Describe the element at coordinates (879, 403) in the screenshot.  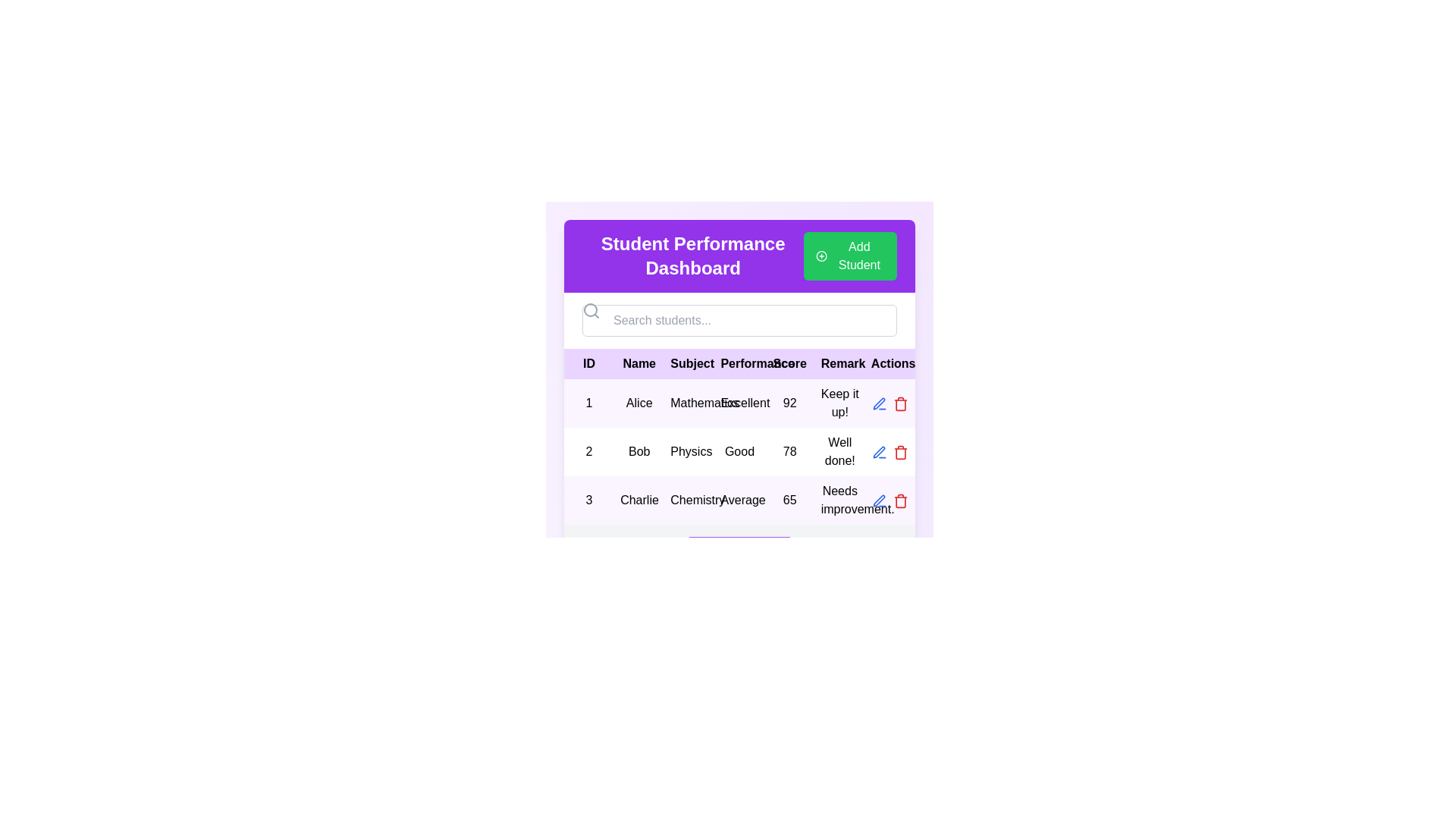
I see `the SVG icon in the 'Actions' column of the table row for 'Bob' to initiate editing` at that location.